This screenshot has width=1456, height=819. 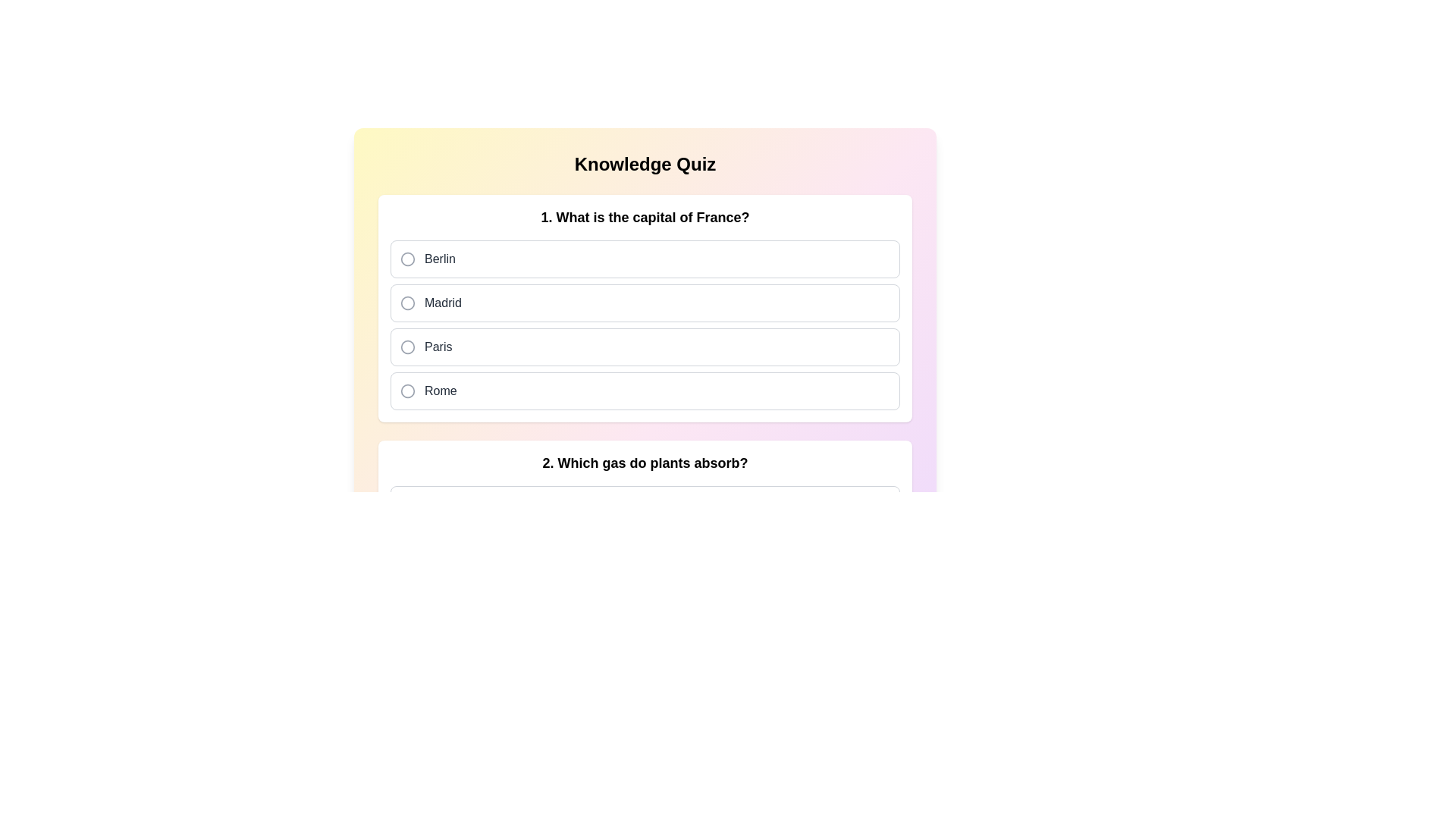 I want to click on the radio button for the answer 'Madrid' located under the question 'What is the capital of France?' in the quiz interface, so click(x=407, y=303).